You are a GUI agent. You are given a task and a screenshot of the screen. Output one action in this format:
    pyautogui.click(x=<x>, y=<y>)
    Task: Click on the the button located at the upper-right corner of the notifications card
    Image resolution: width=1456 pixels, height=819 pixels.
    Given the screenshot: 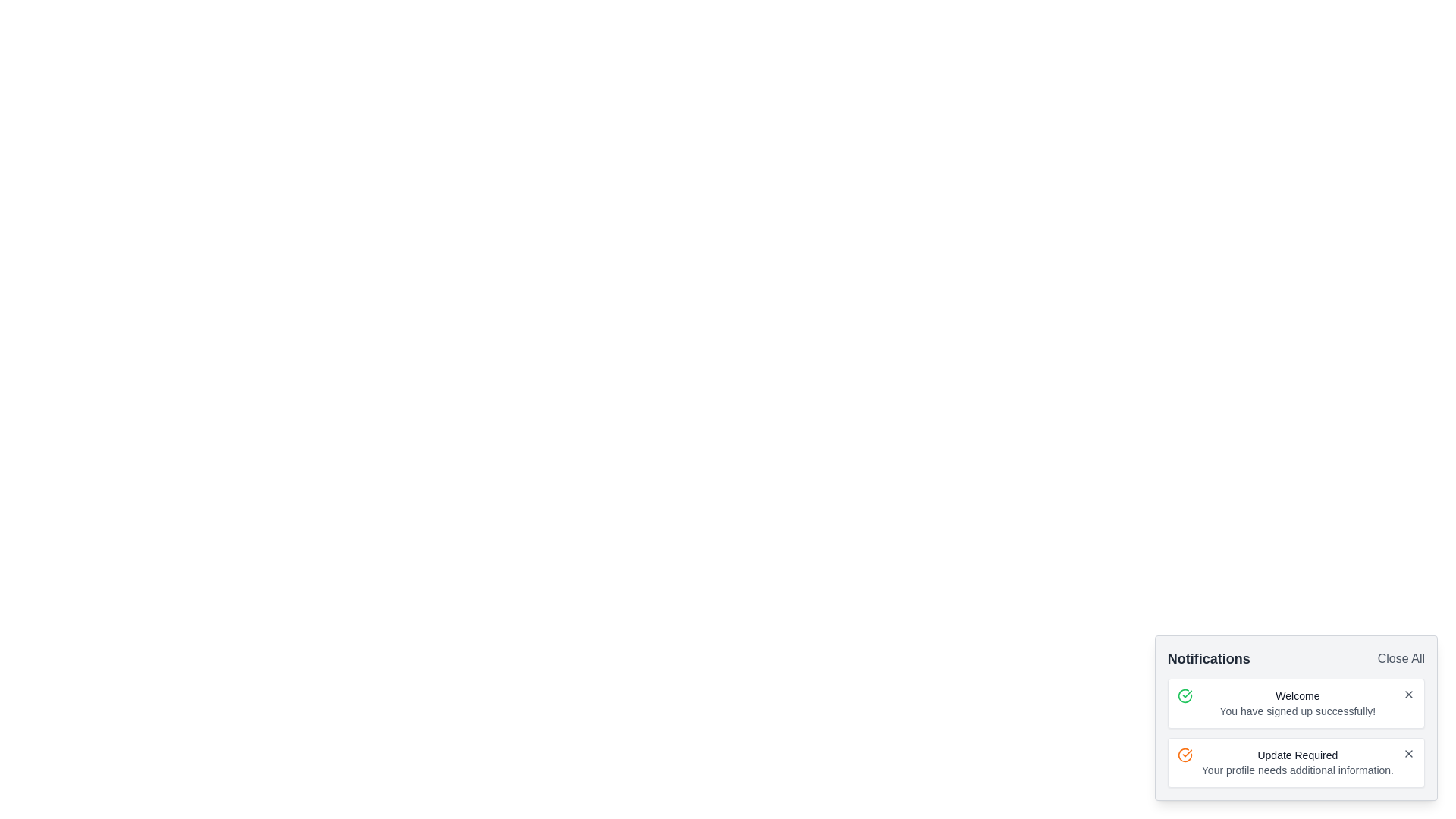 What is the action you would take?
    pyautogui.click(x=1400, y=657)
    